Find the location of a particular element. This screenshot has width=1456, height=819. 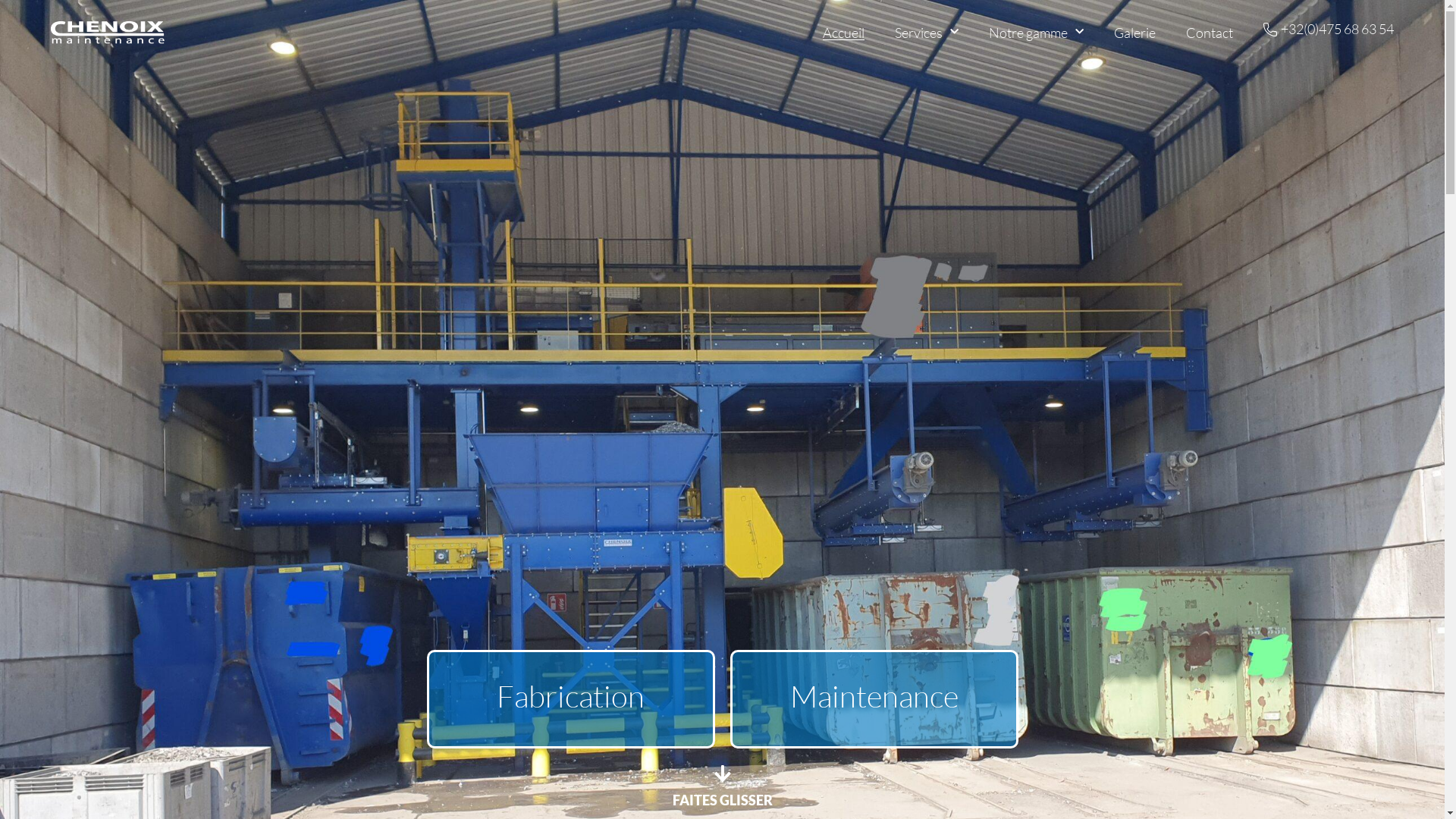

'Services' is located at coordinates (895, 32).